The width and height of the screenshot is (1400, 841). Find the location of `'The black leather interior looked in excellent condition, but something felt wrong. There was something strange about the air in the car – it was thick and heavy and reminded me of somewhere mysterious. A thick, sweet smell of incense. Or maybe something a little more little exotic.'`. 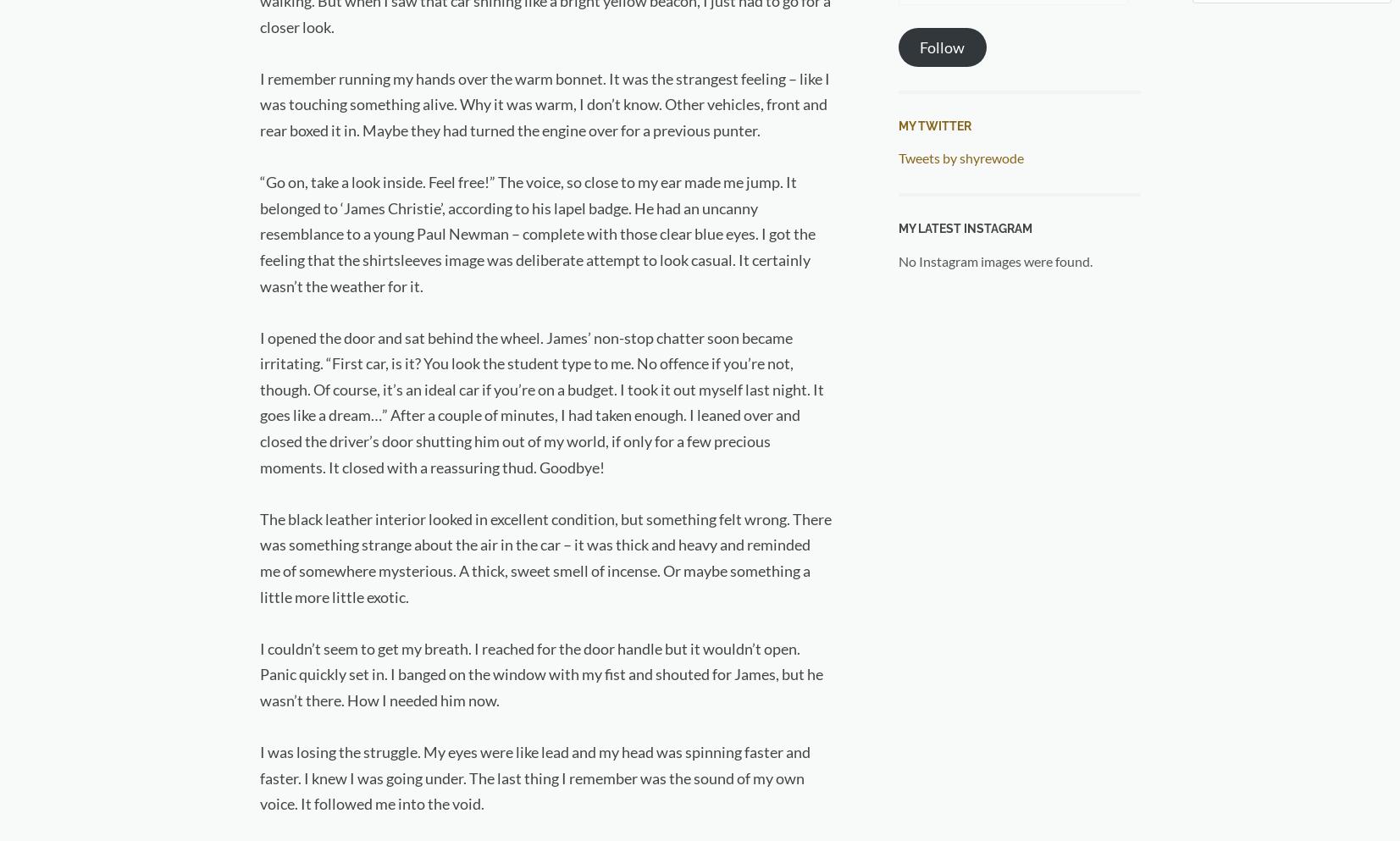

'The black leather interior looked in excellent condition, but something felt wrong. There was something strange about the air in the car – it was thick and heavy and reminded me of somewhere mysterious. A thick, sweet smell of incense. Or maybe something a little more little exotic.' is located at coordinates (544, 556).